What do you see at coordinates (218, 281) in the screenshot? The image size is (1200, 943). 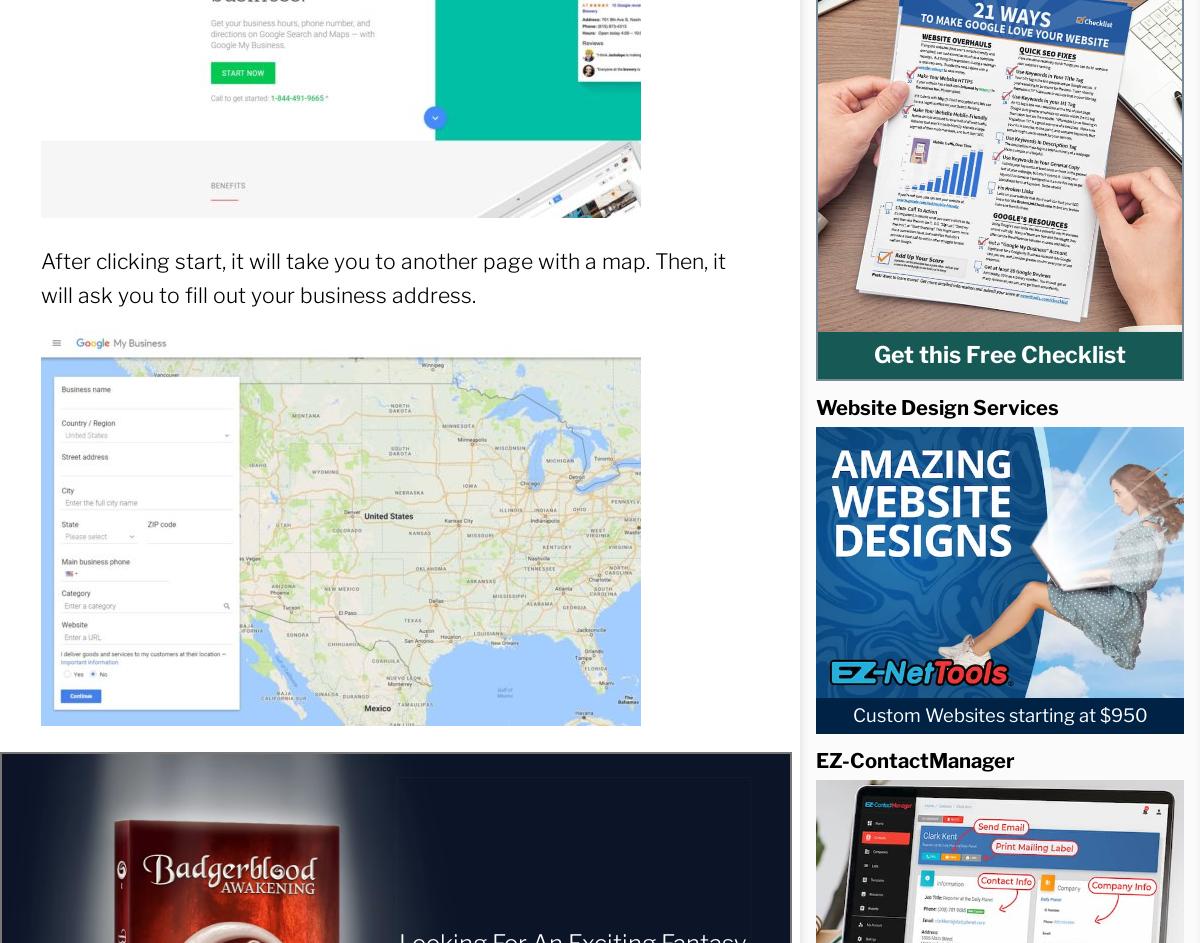 I see `'Video Tutorials'` at bounding box center [218, 281].